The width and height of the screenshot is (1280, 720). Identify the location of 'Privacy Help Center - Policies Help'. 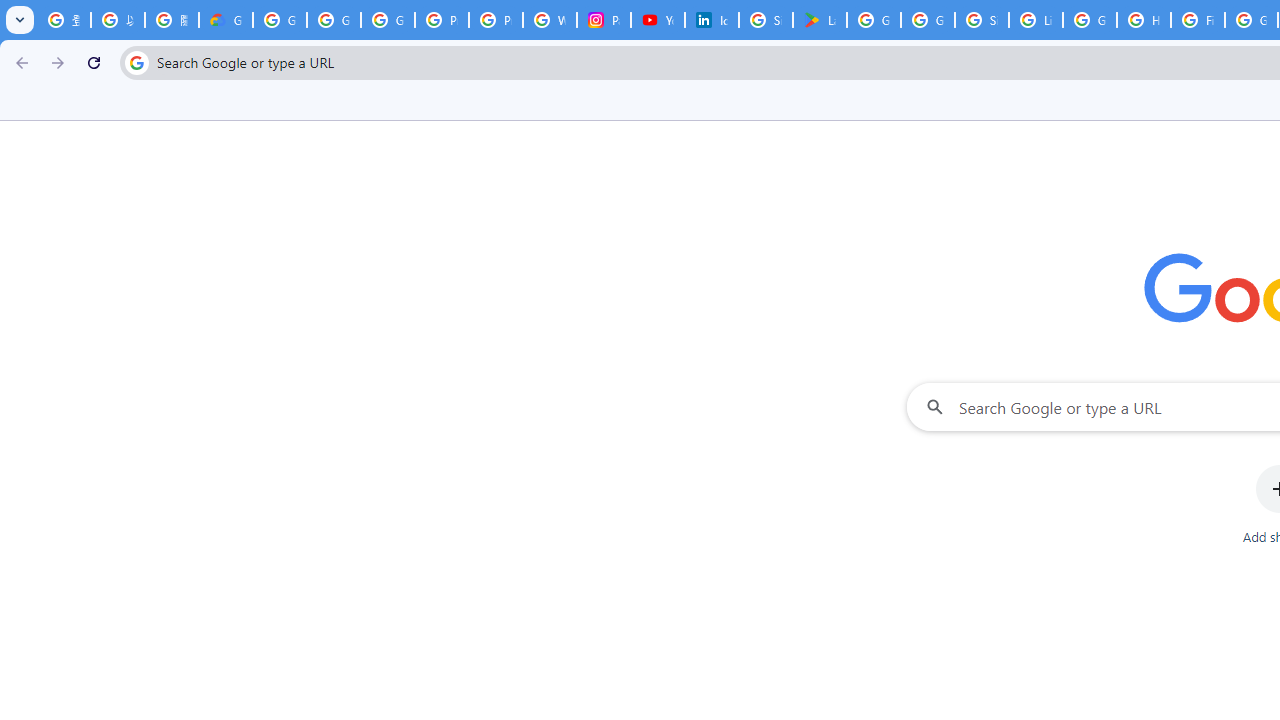
(496, 20).